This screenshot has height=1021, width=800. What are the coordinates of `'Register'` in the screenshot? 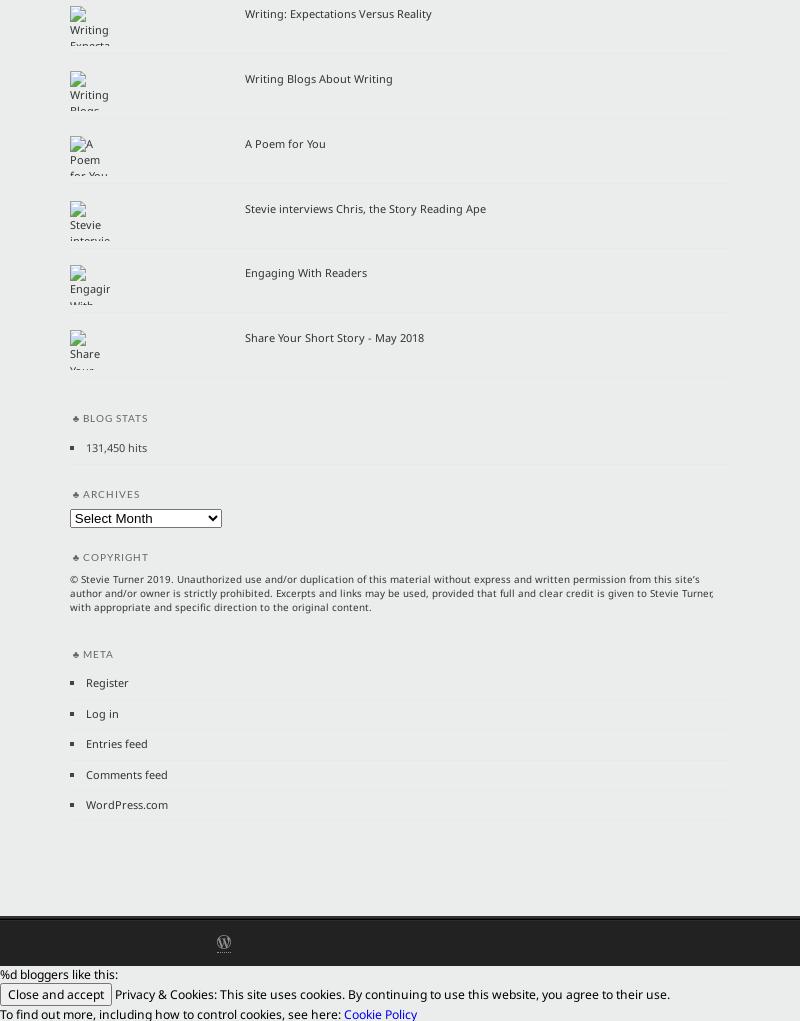 It's located at (105, 682).